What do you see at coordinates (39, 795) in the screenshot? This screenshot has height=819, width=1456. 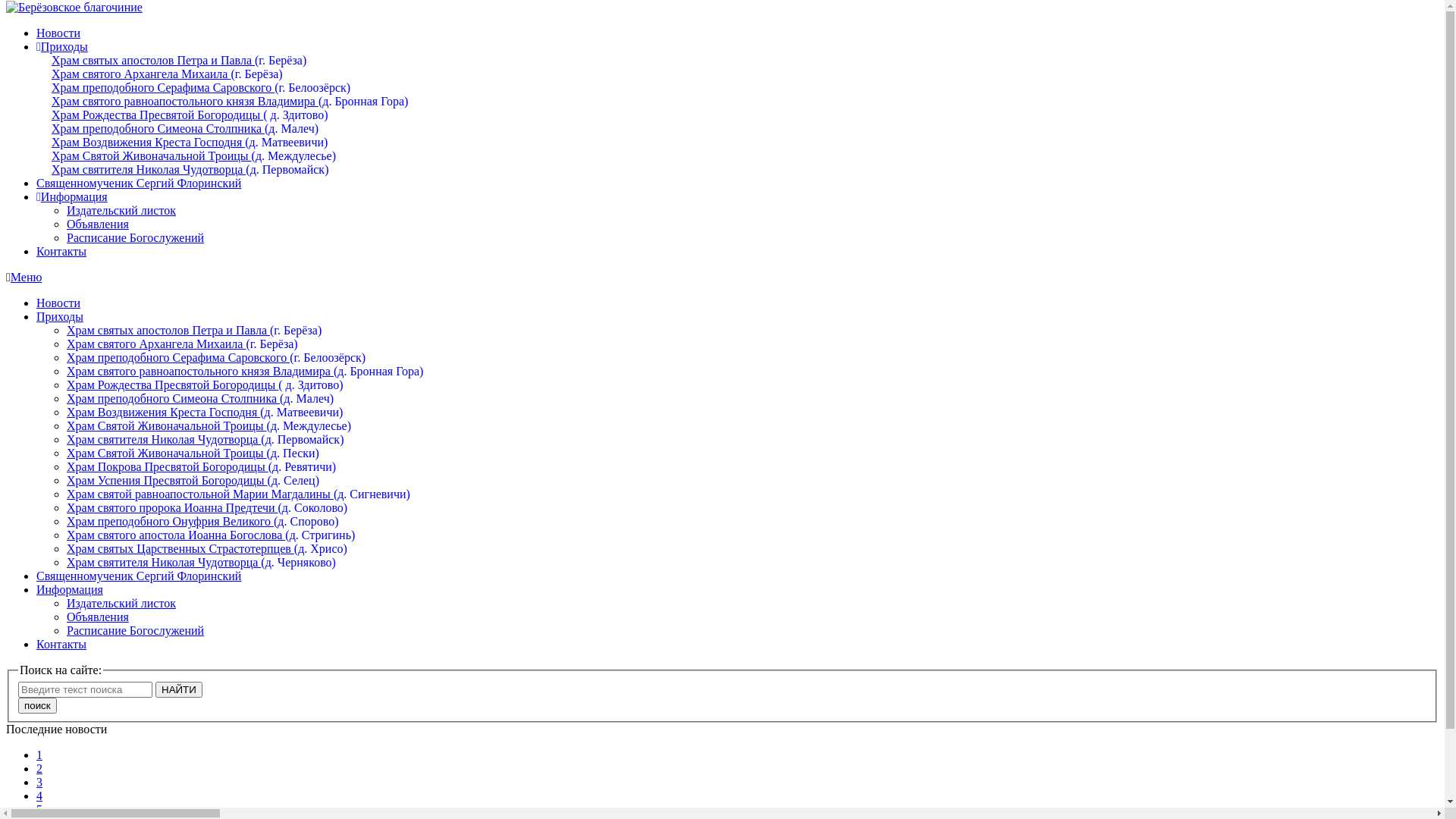 I see `'4'` at bounding box center [39, 795].